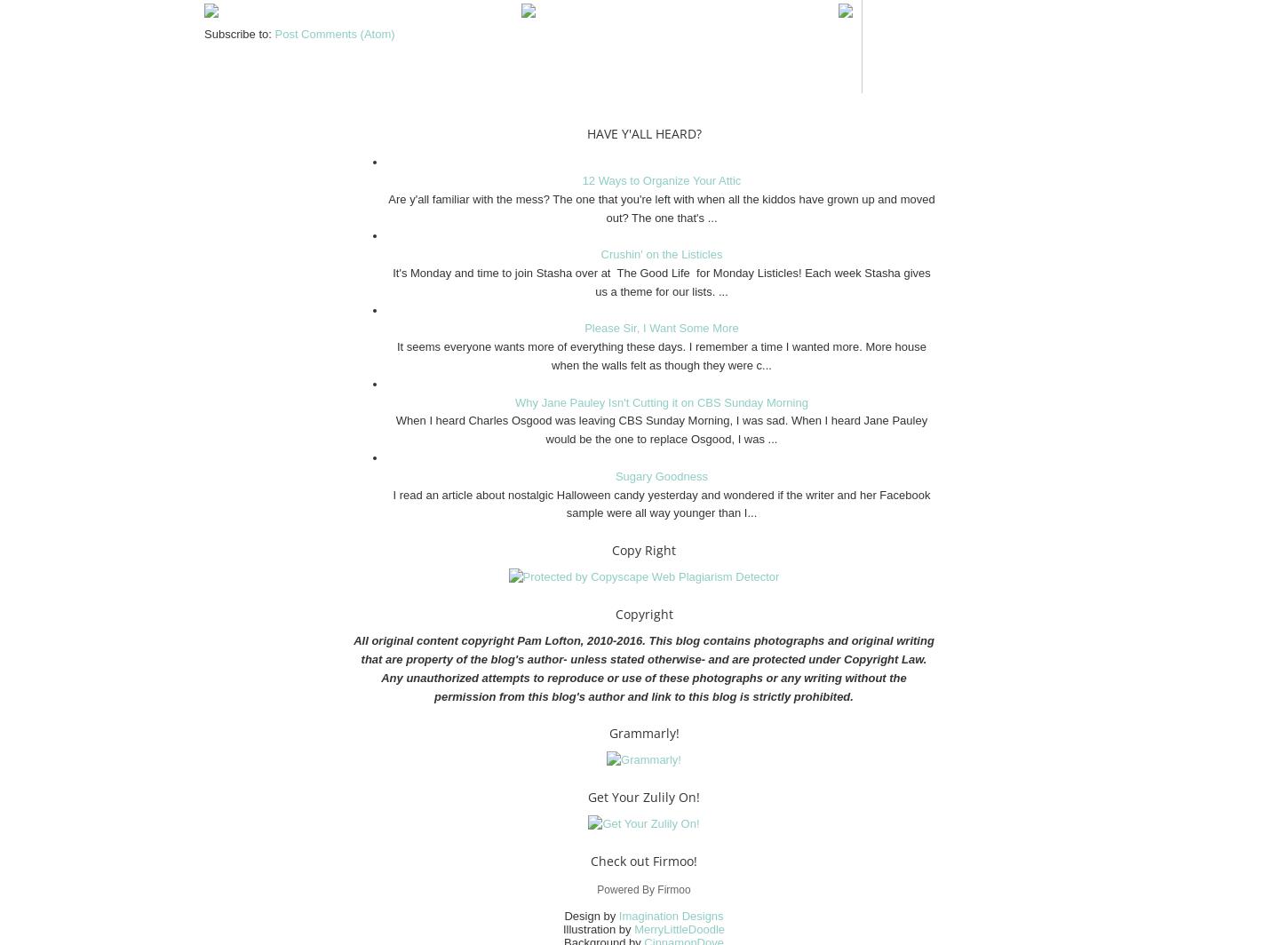 The width and height of the screenshot is (1288, 945). What do you see at coordinates (642, 132) in the screenshot?
I see `'HAVE Y'ALL HEARD?'` at bounding box center [642, 132].